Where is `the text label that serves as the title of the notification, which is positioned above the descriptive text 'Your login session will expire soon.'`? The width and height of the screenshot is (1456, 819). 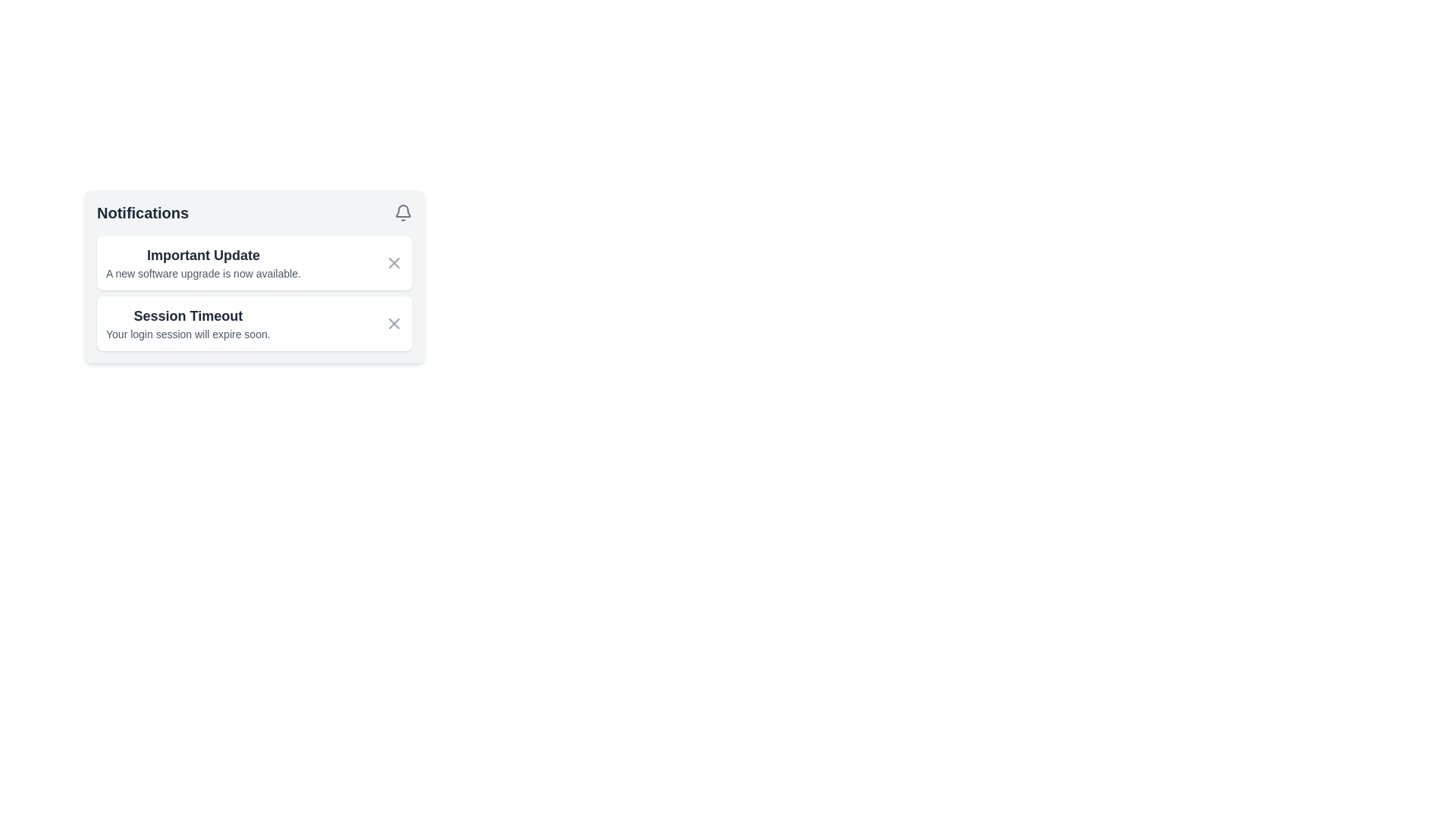 the text label that serves as the title of the notification, which is positioned above the descriptive text 'Your login session will expire soon.' is located at coordinates (187, 315).